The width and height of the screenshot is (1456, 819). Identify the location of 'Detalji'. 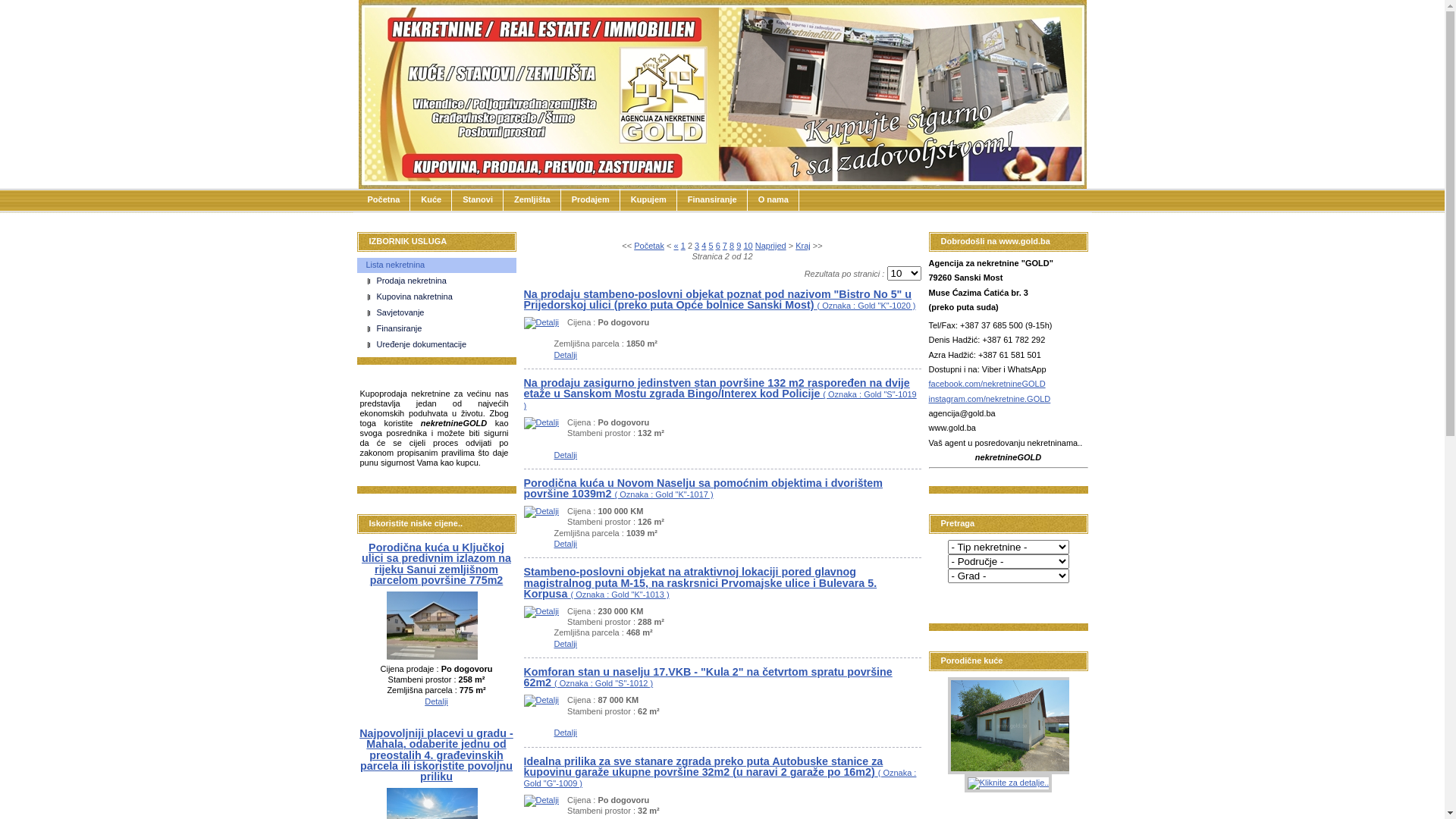
(541, 610).